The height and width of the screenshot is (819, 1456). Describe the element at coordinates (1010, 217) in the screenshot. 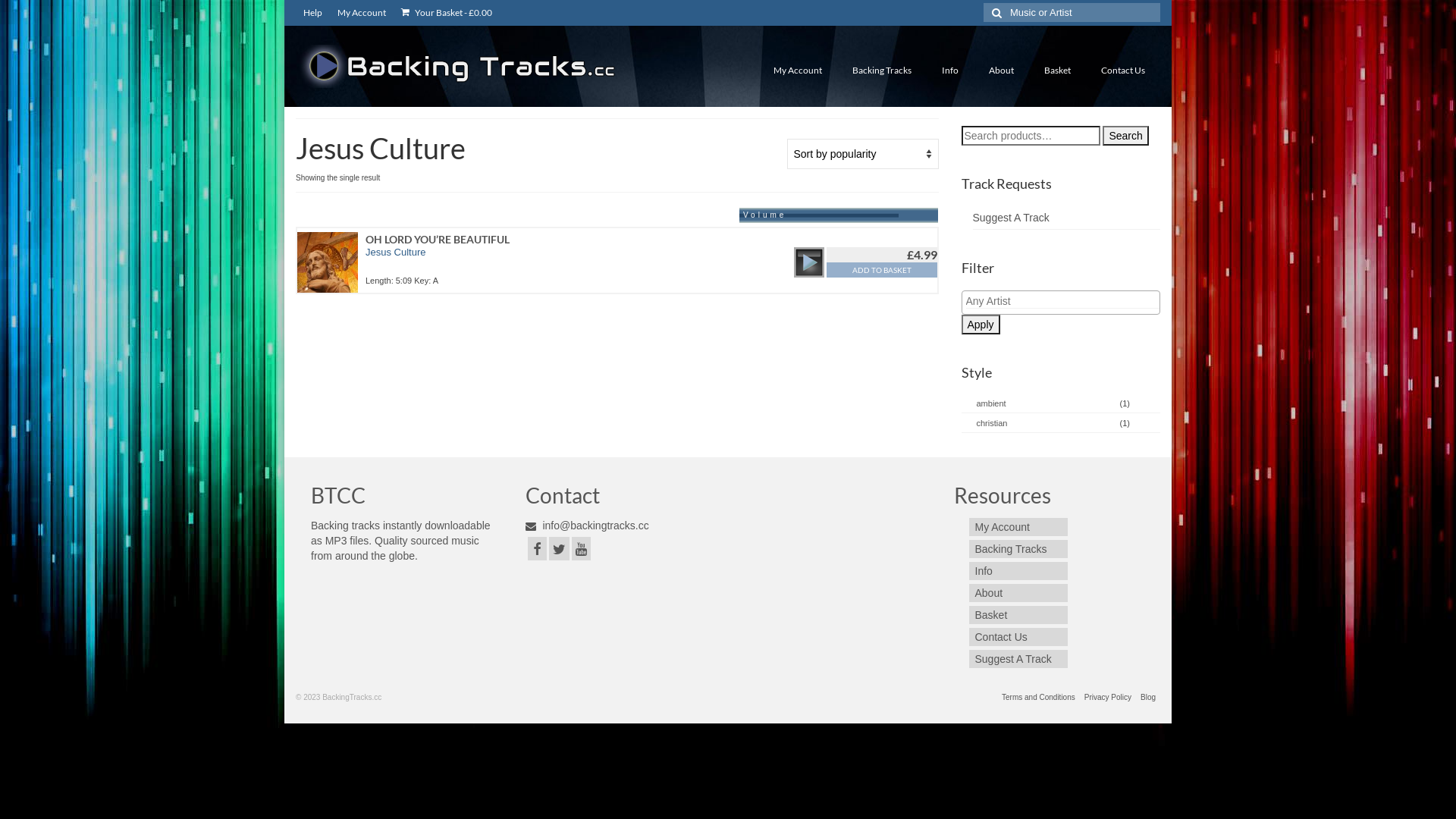

I see `'Suggest A Track'` at that location.